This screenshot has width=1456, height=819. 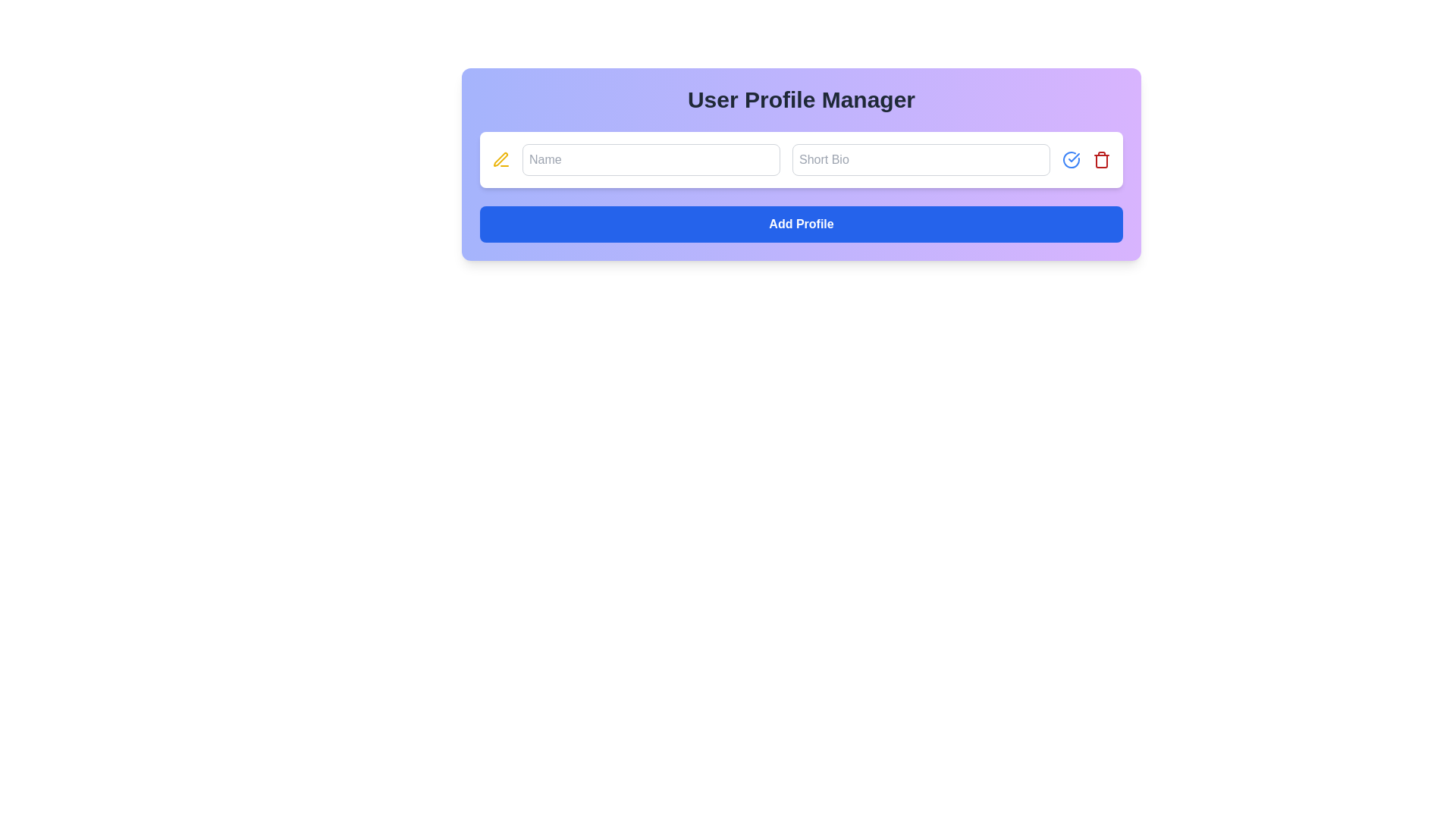 I want to click on the 'Add Profile' button located at the bottom of the 'User Profile Manager' card, so click(x=800, y=224).